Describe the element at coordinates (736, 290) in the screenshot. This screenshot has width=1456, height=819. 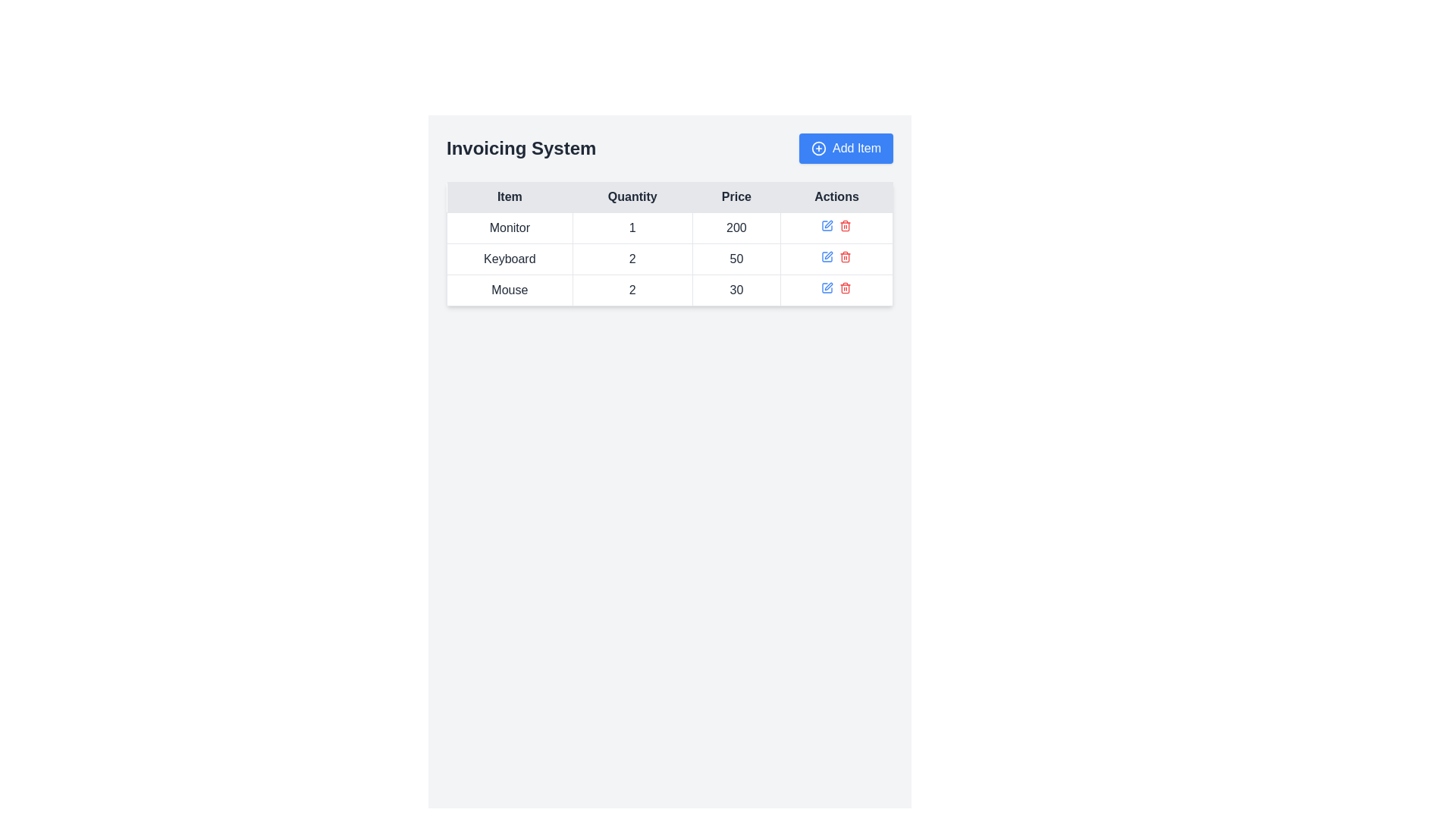
I see `the price label for the 'Mouse' item located in the last row of the invoicing system table` at that location.